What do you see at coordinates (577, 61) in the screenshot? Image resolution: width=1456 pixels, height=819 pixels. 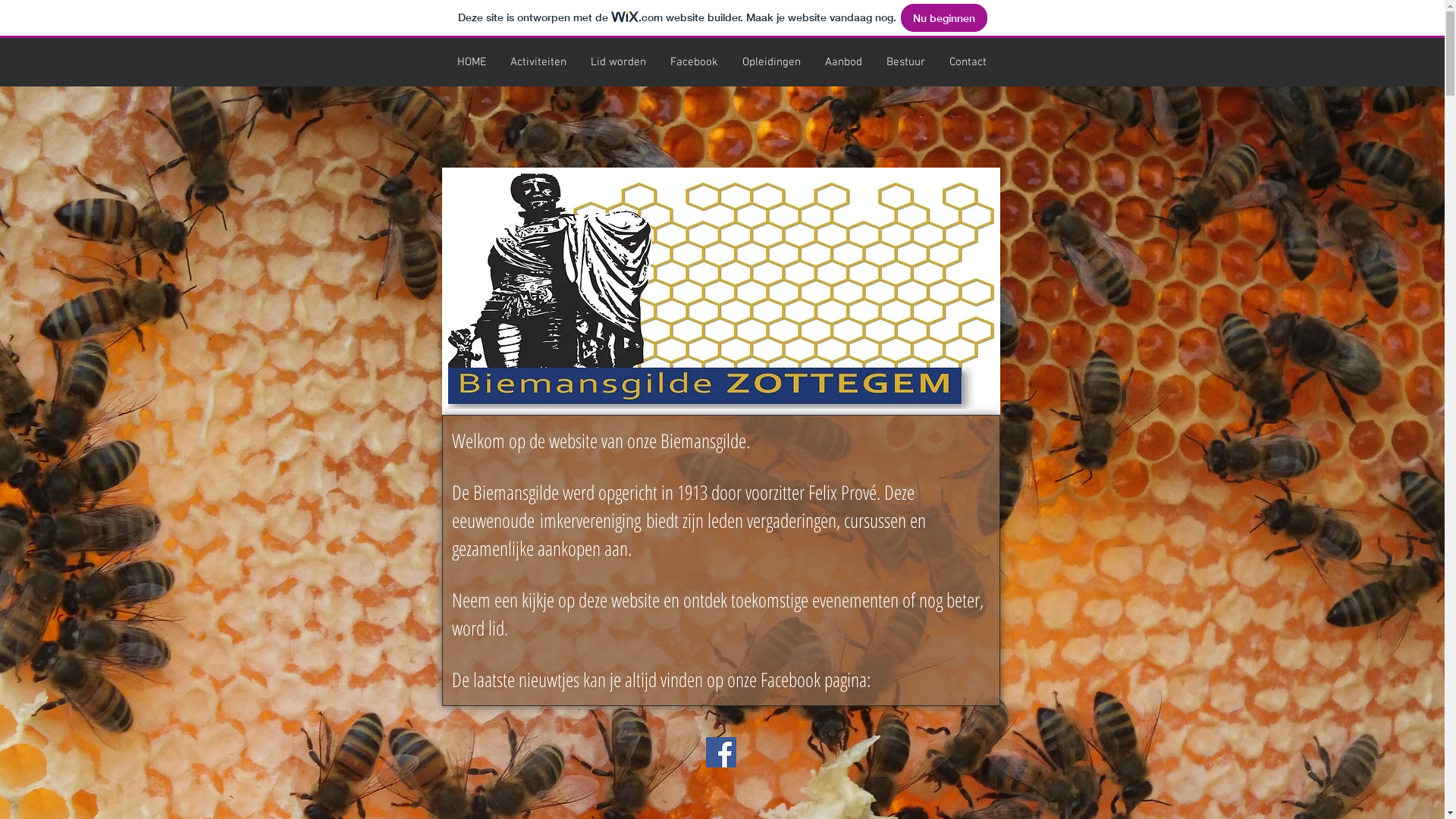 I see `'Lid worden'` at bounding box center [577, 61].